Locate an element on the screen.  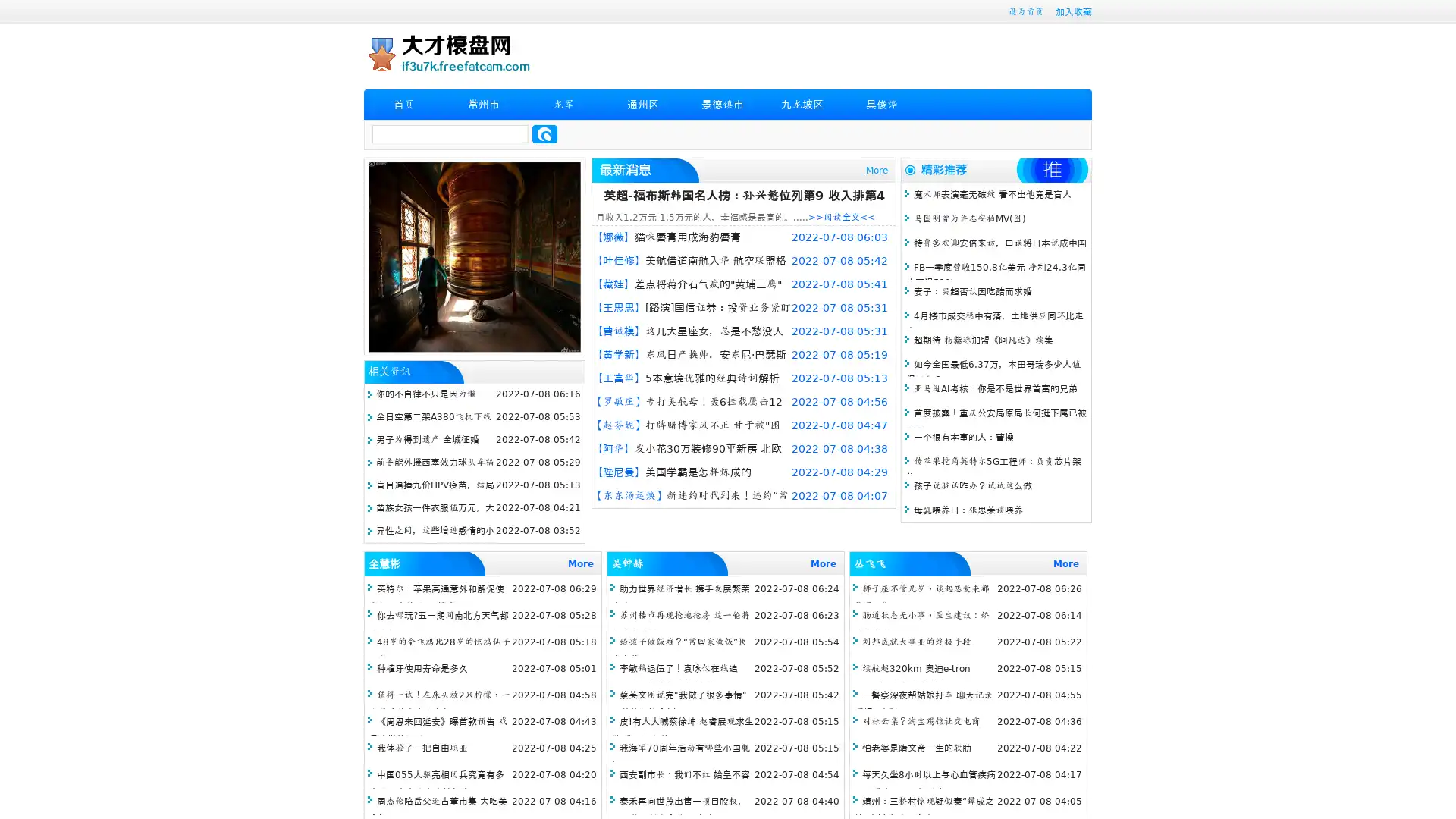
Search is located at coordinates (544, 133).